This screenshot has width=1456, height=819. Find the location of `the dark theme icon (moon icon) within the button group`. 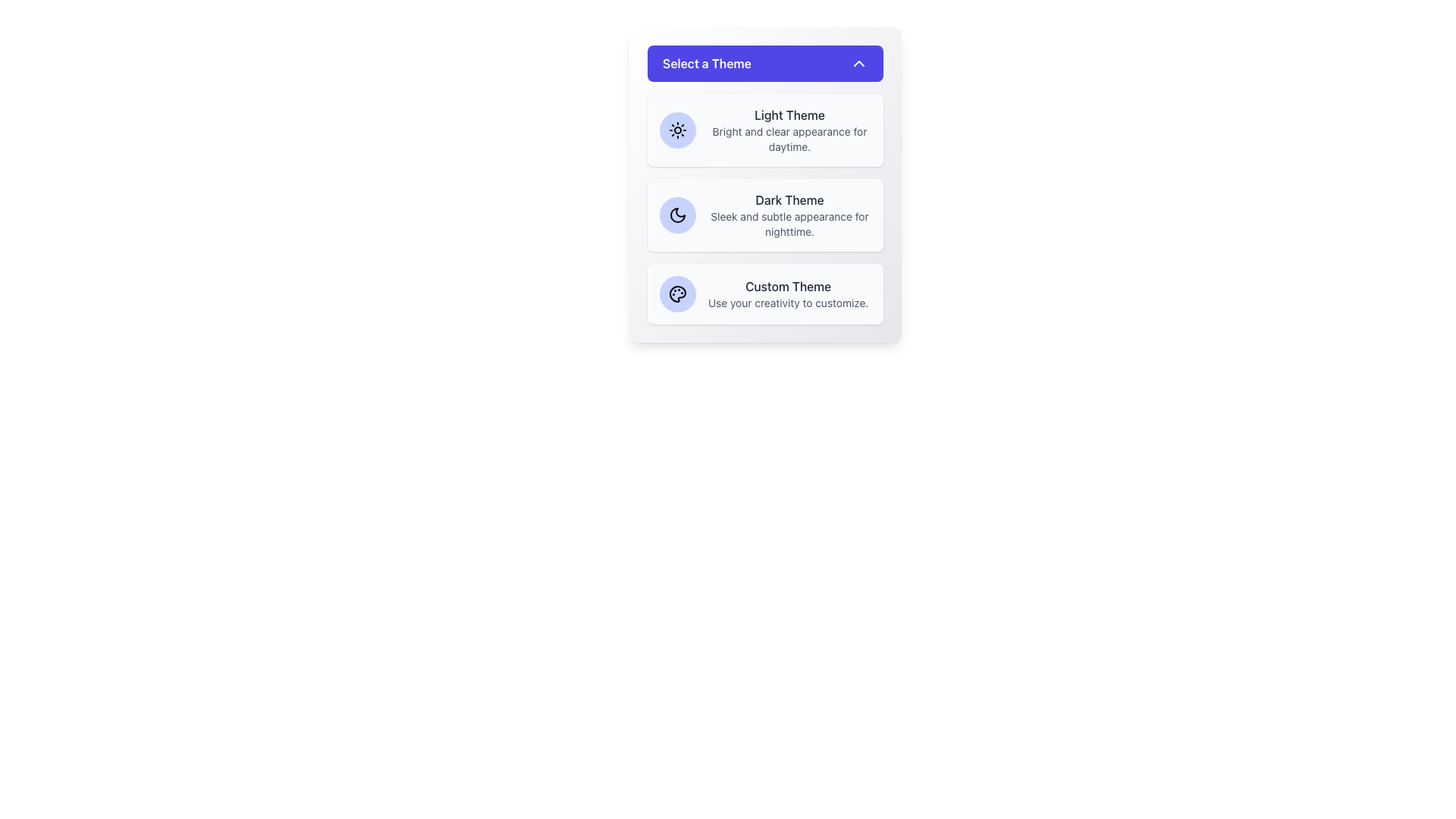

the dark theme icon (moon icon) within the button group is located at coordinates (676, 215).